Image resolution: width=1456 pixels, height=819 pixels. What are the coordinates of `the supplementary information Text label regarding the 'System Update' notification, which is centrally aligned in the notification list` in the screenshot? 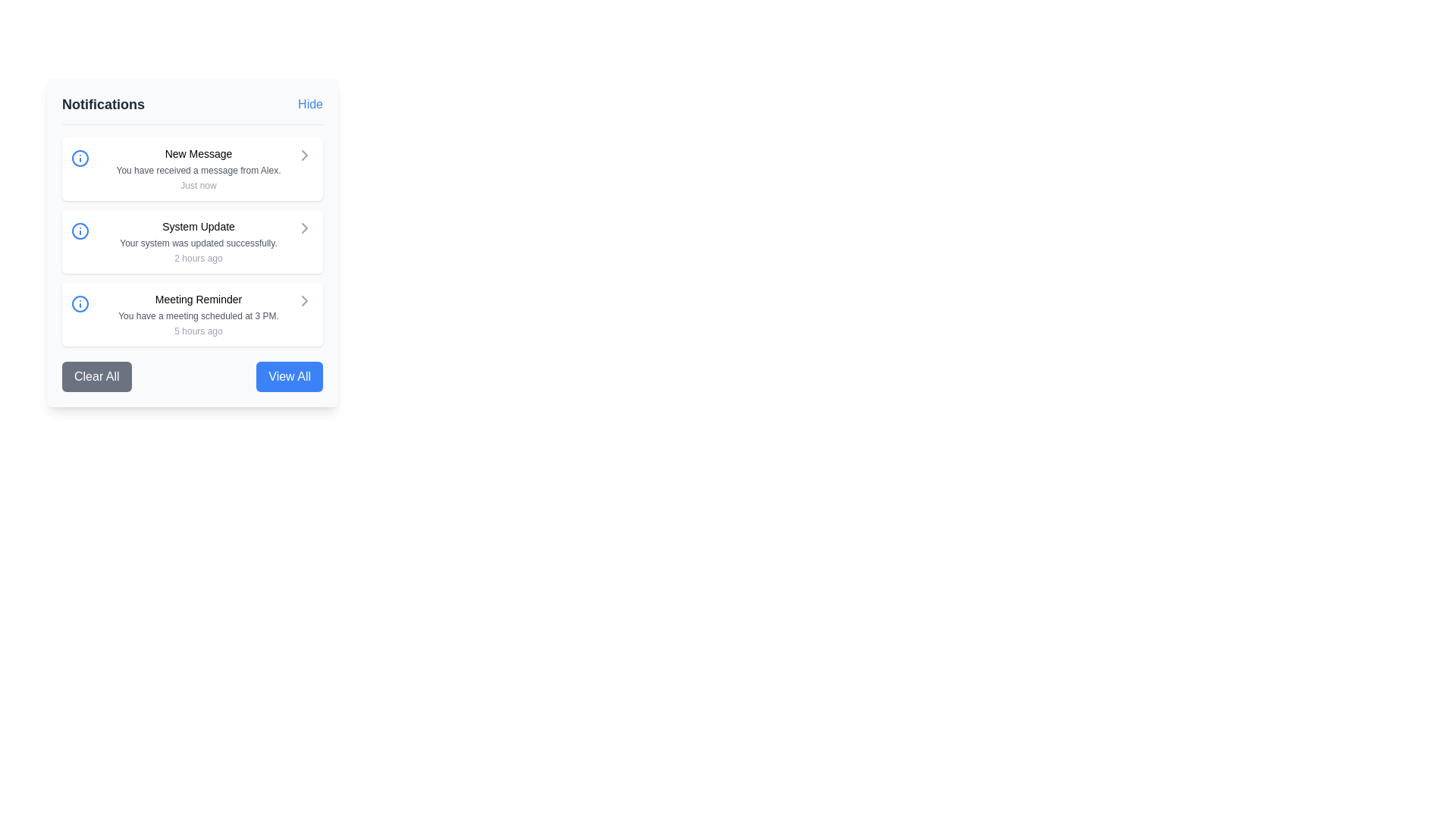 It's located at (198, 242).